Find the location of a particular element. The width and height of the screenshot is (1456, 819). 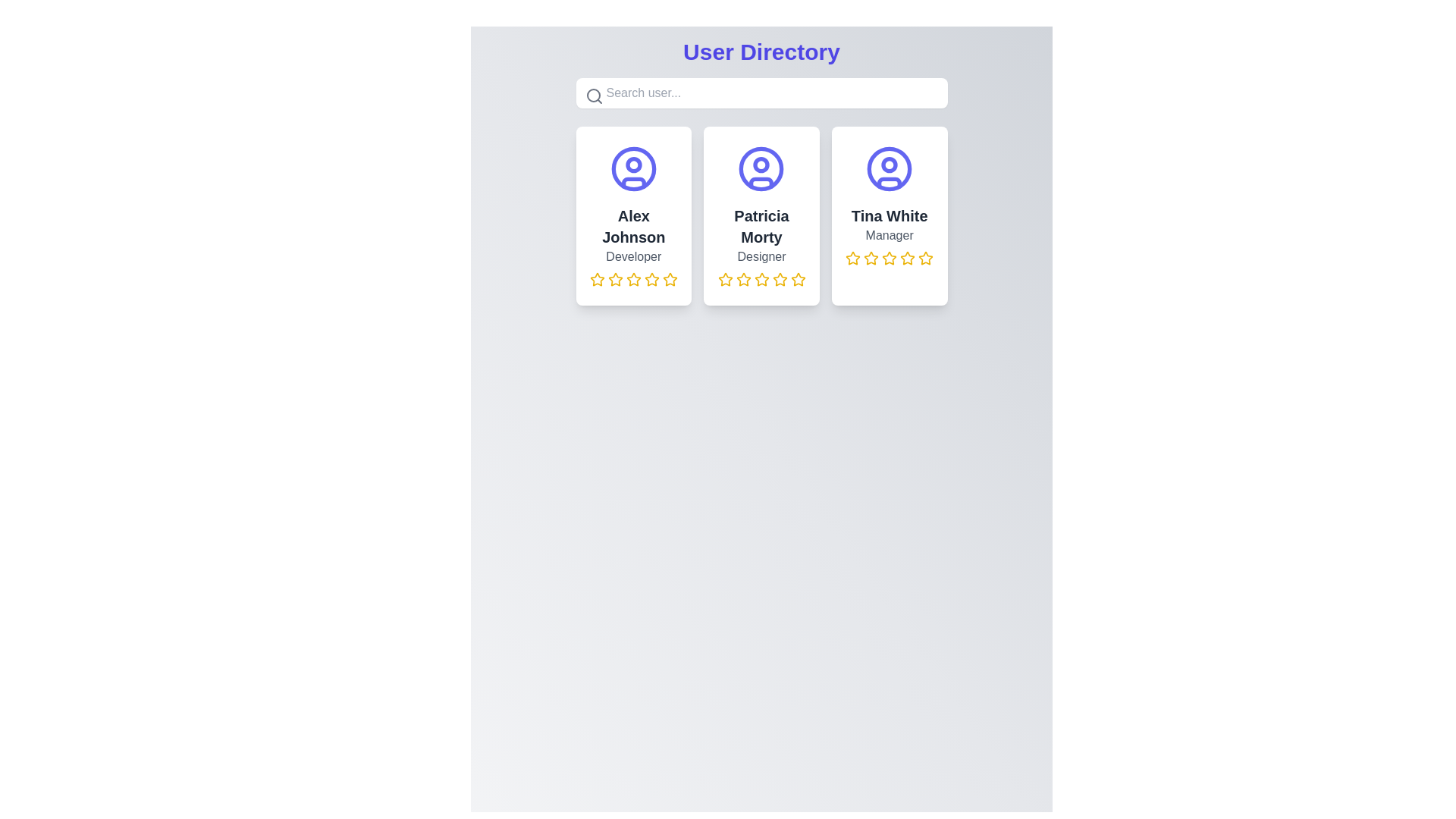

the search icon located in the top-left corner of the search input field is located at coordinates (593, 96).